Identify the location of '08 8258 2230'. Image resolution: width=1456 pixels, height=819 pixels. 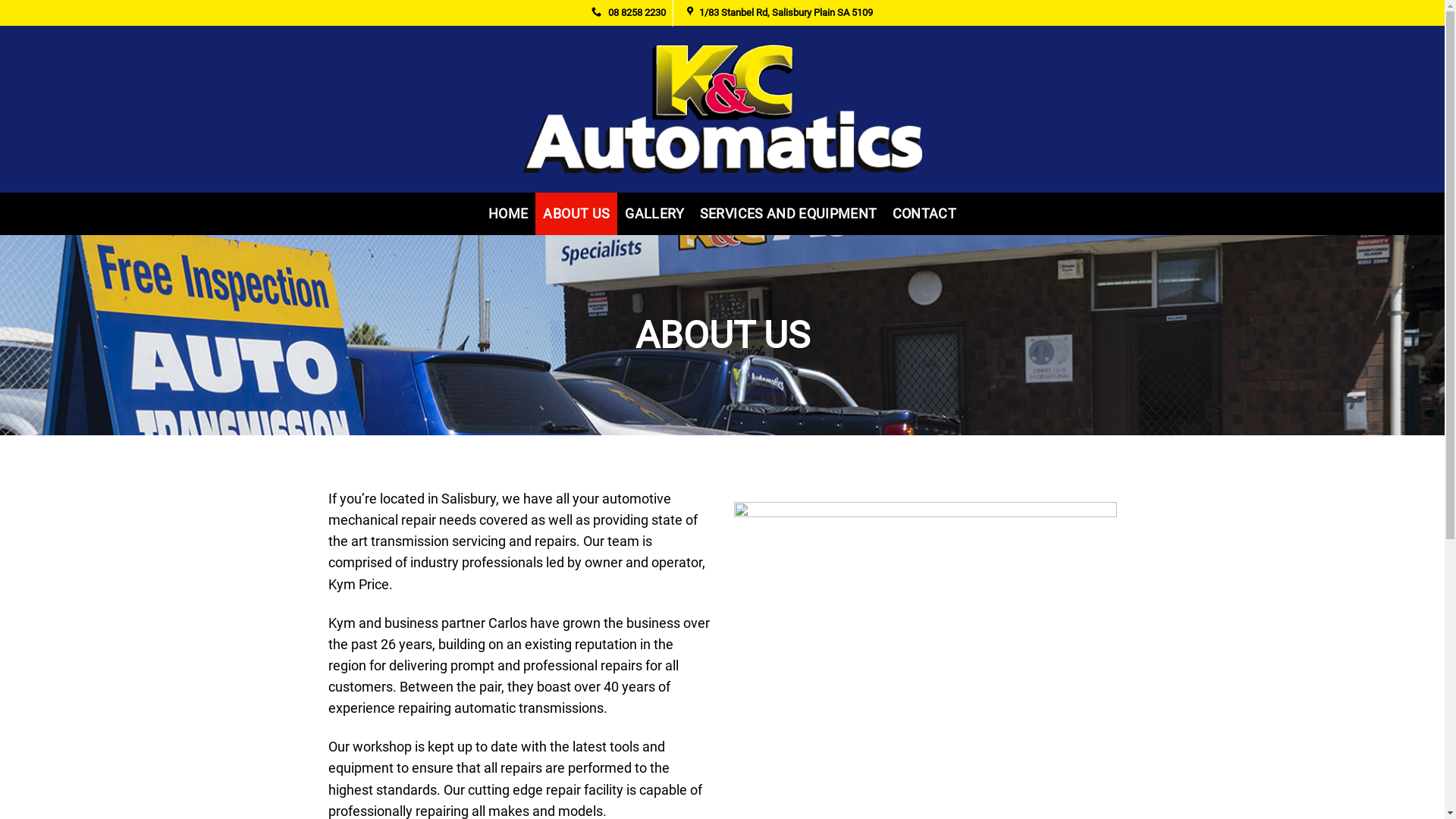
(629, 12).